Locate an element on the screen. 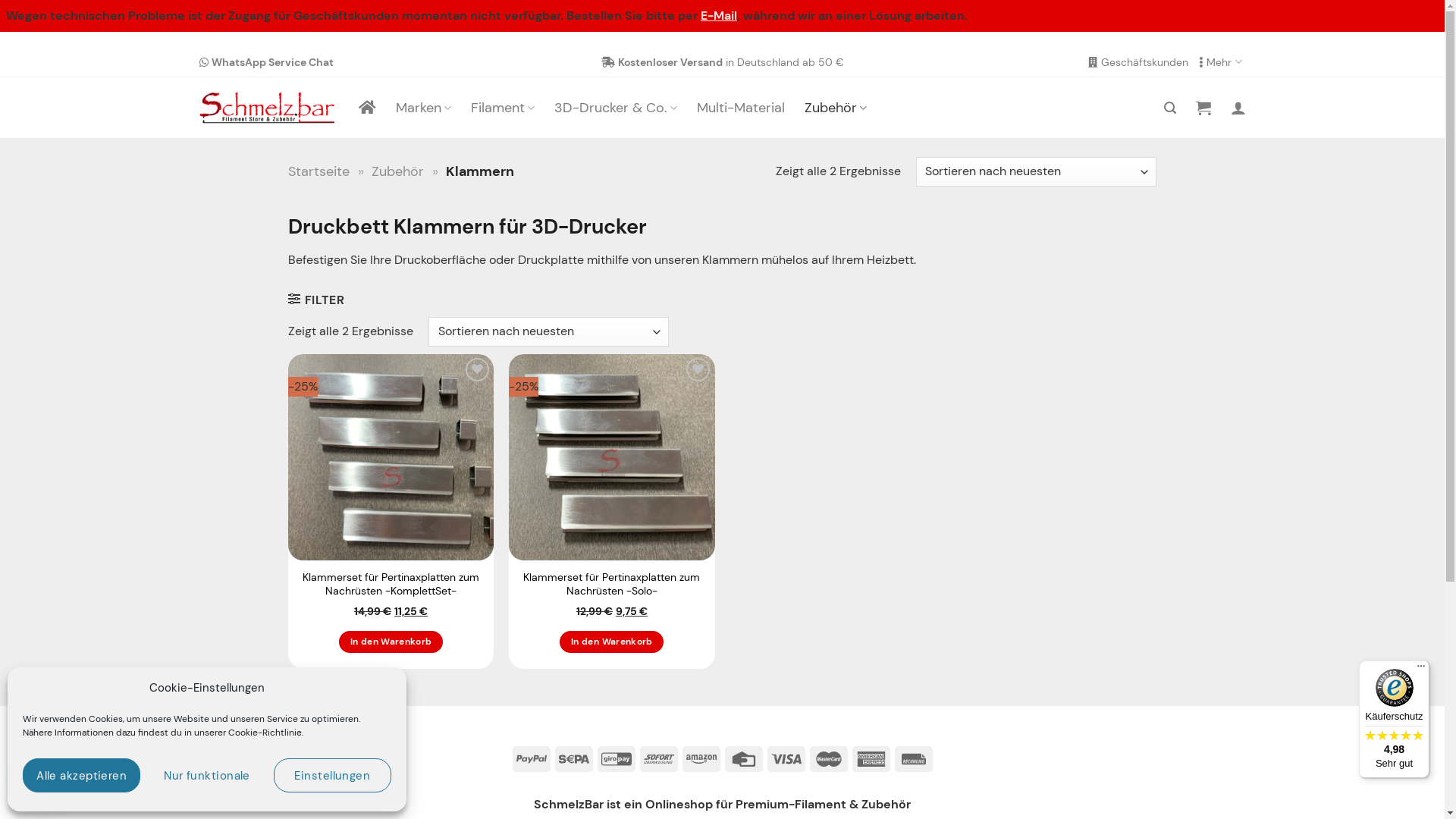  'Marken' is located at coordinates (396, 107).